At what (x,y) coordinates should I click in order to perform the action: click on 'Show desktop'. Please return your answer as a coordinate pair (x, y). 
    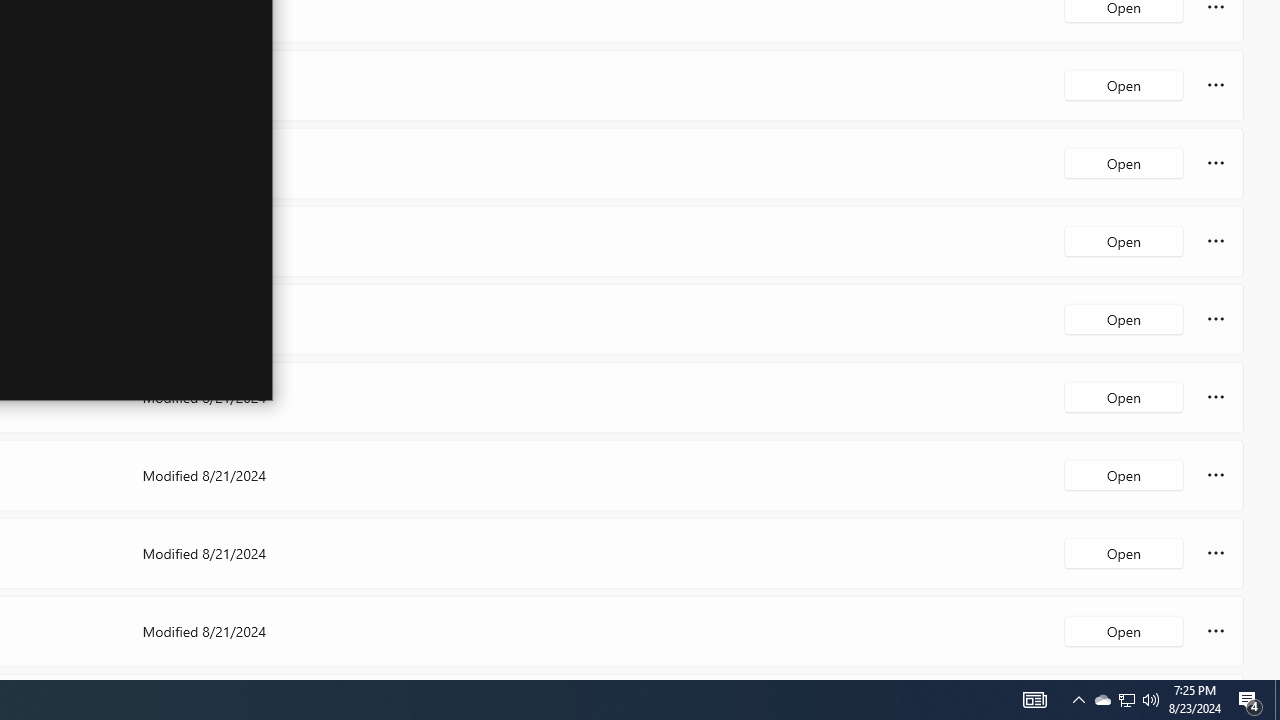
    Looking at the image, I should click on (1250, 698).